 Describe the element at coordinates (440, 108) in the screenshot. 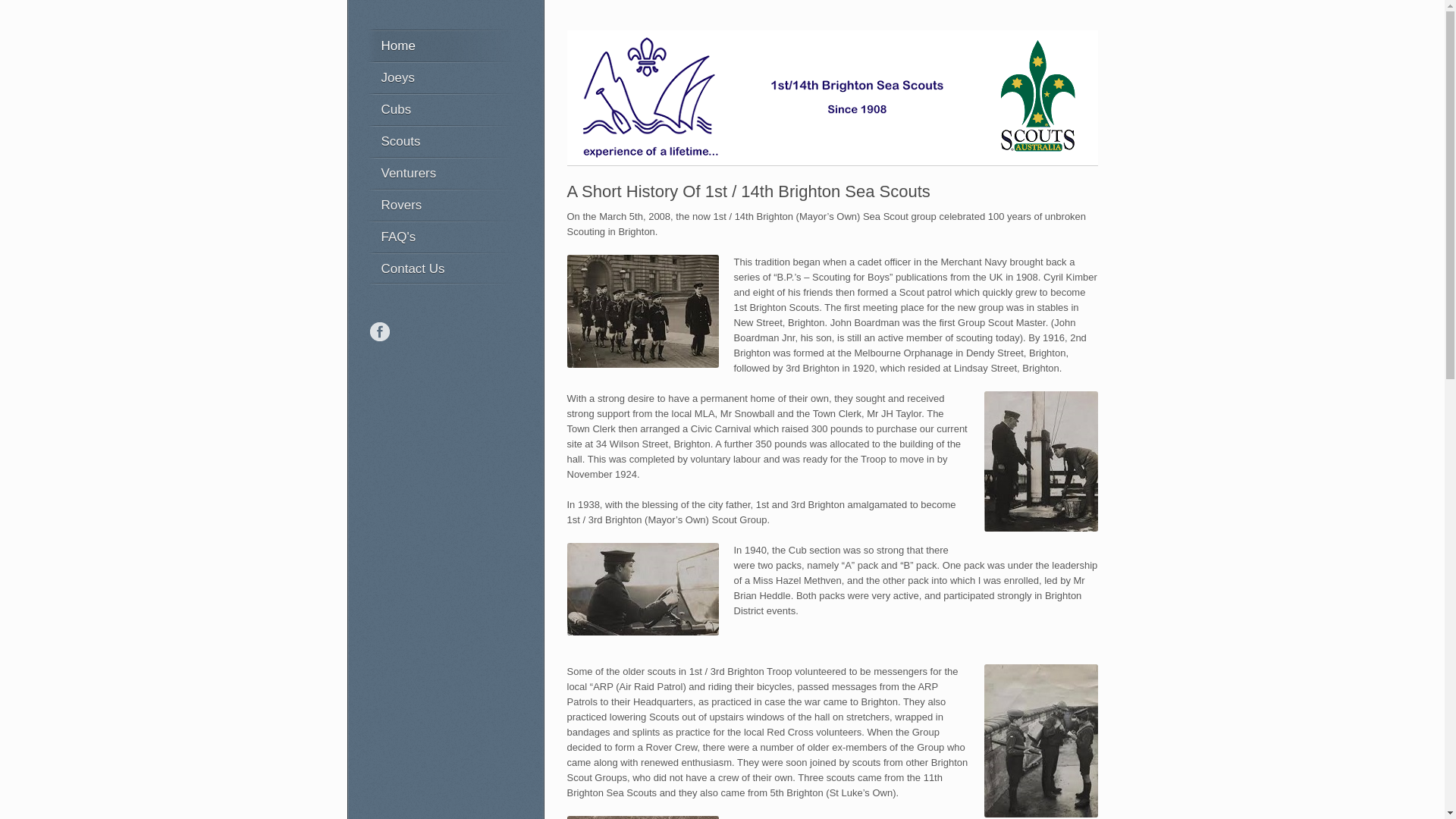

I see `'Cubs'` at that location.